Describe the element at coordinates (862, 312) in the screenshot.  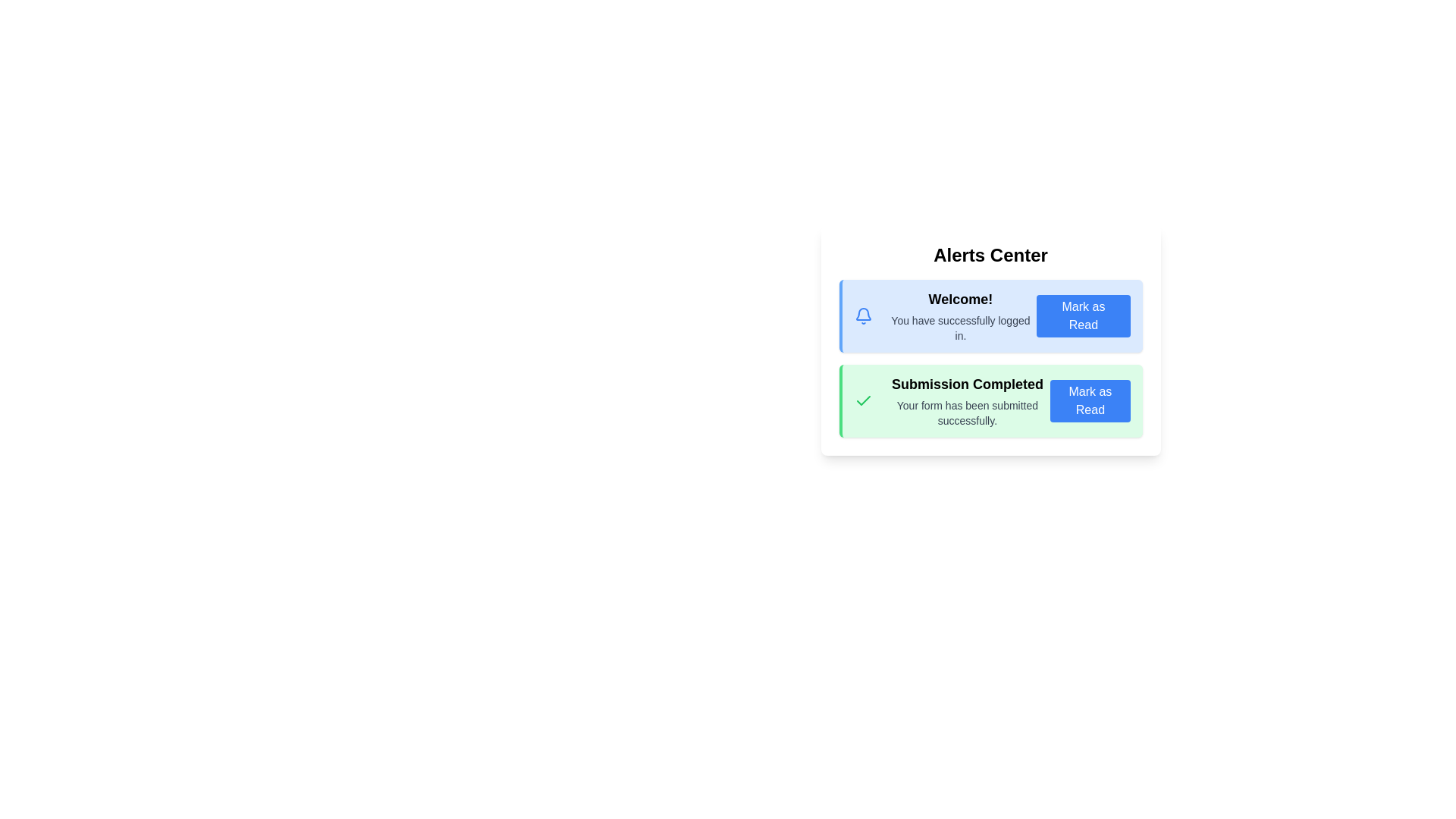
I see `the bell icon's SVG element, which is part of the notification feature located in the upper left-central section of the interface` at that location.